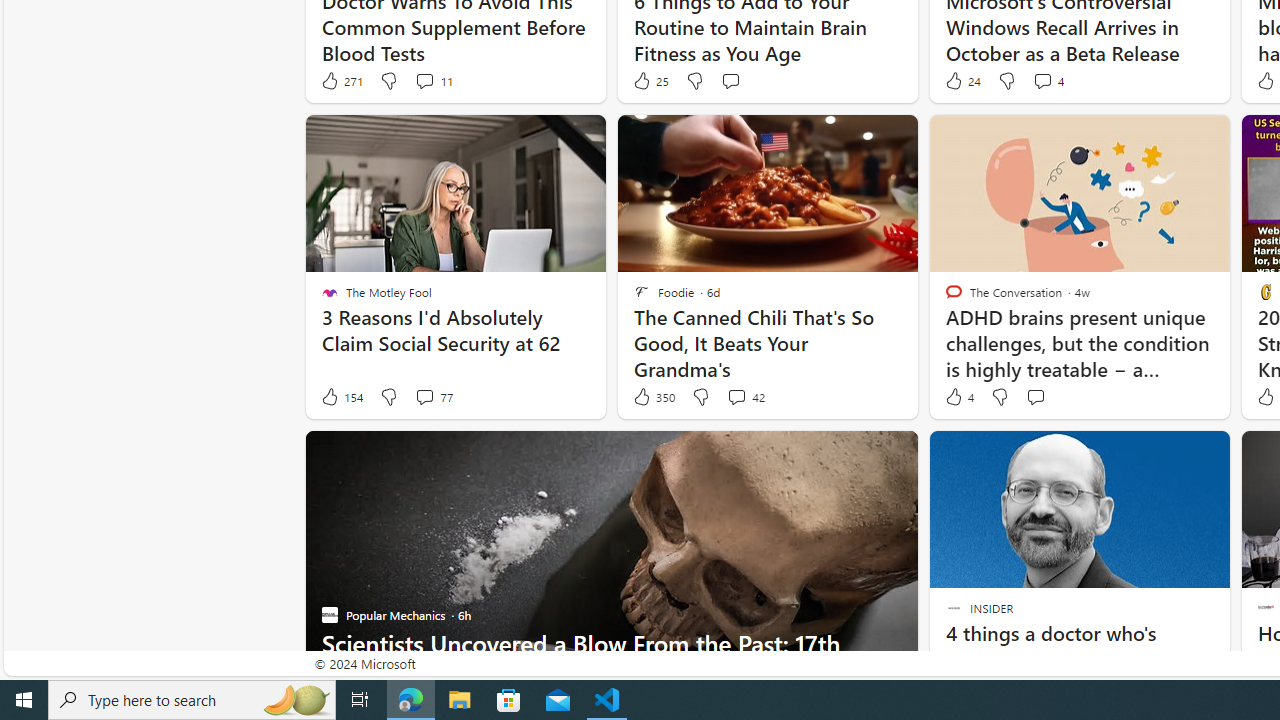 Image resolution: width=1280 pixels, height=720 pixels. What do you see at coordinates (957, 397) in the screenshot?
I see `'4 Like'` at bounding box center [957, 397].